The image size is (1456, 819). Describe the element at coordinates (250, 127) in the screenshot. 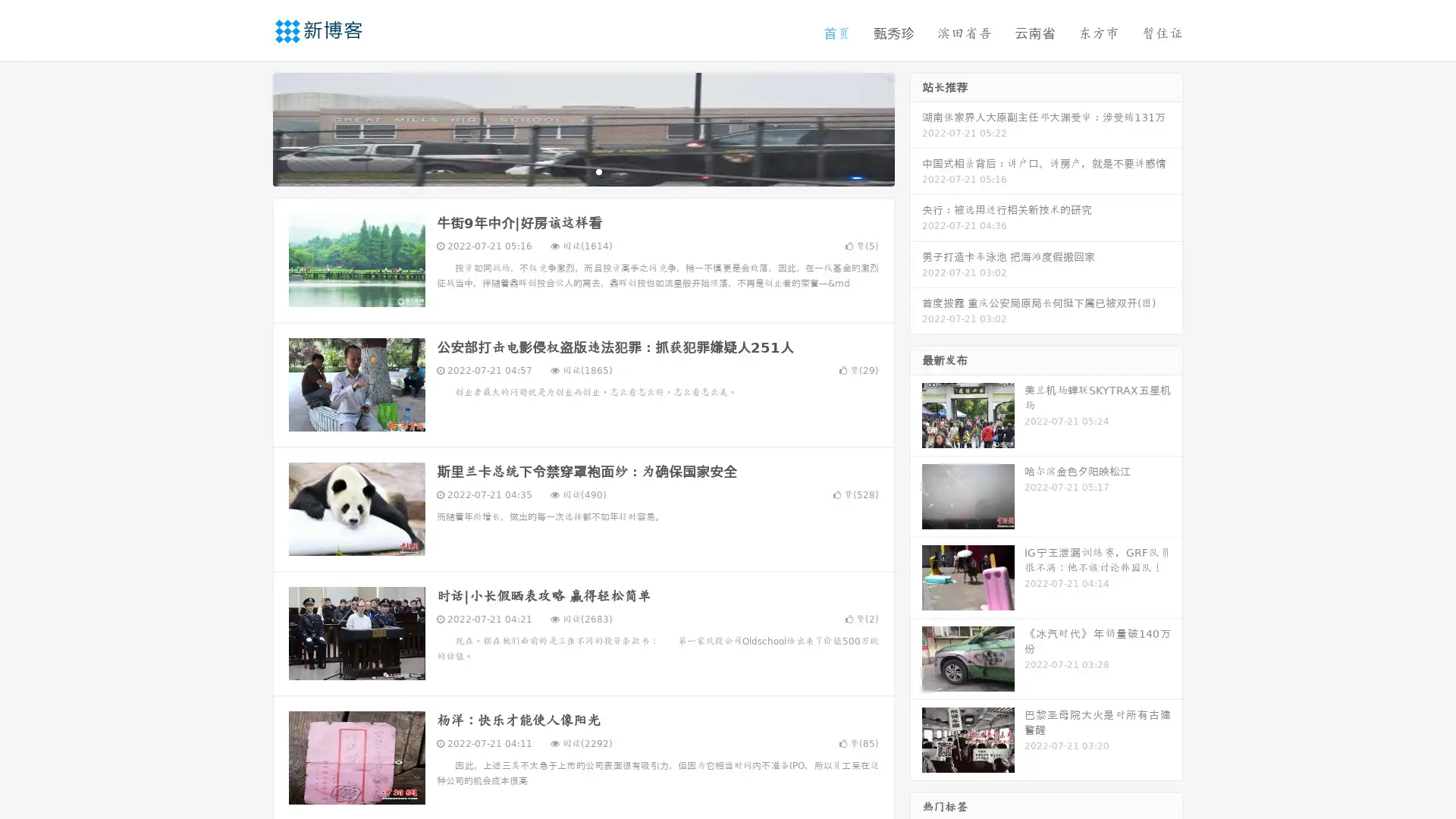

I see `Previous slide` at that location.